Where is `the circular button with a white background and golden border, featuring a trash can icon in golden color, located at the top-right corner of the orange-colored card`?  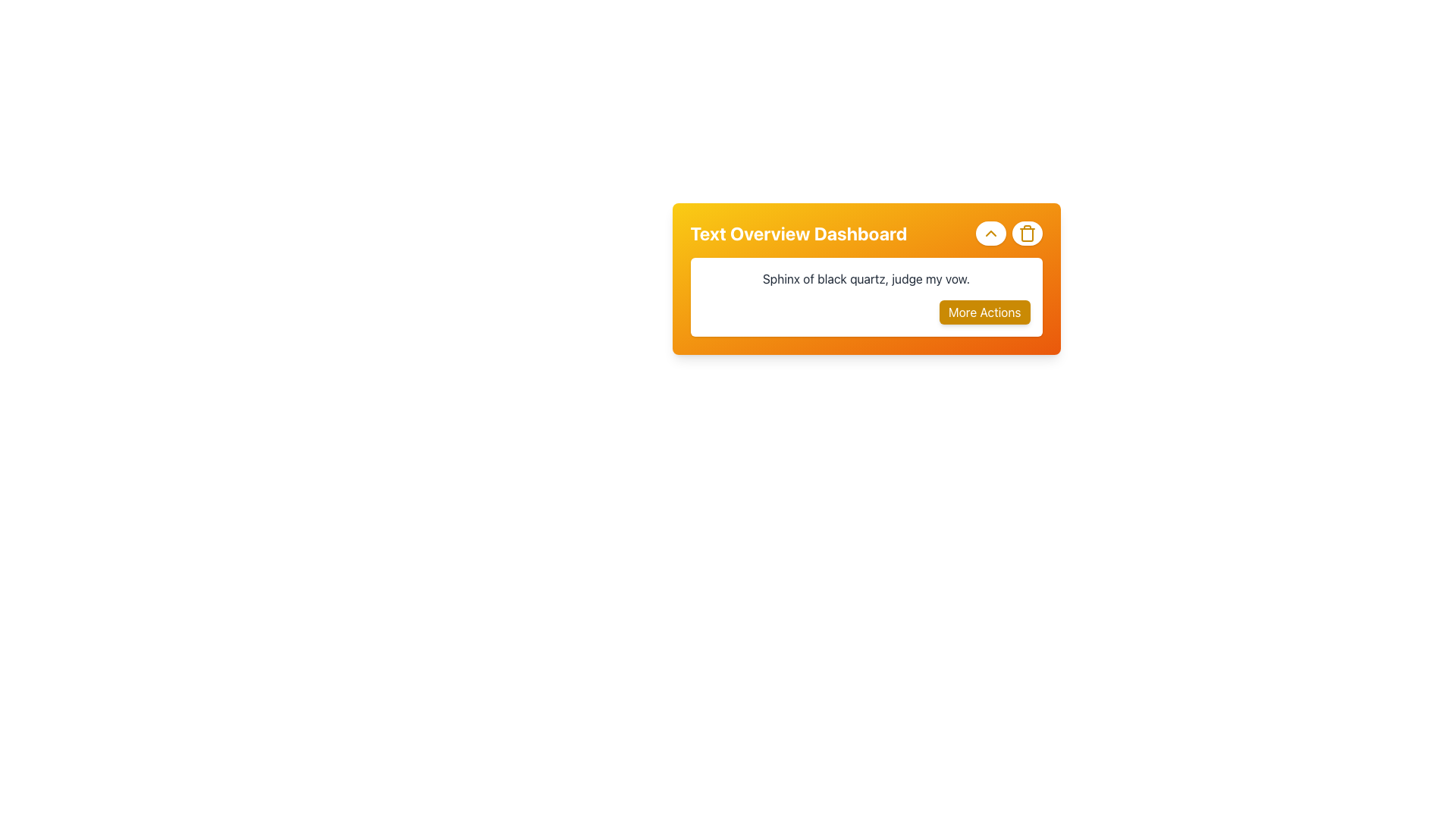 the circular button with a white background and golden border, featuring a trash can icon in golden color, located at the top-right corner of the orange-colored card is located at coordinates (1027, 234).